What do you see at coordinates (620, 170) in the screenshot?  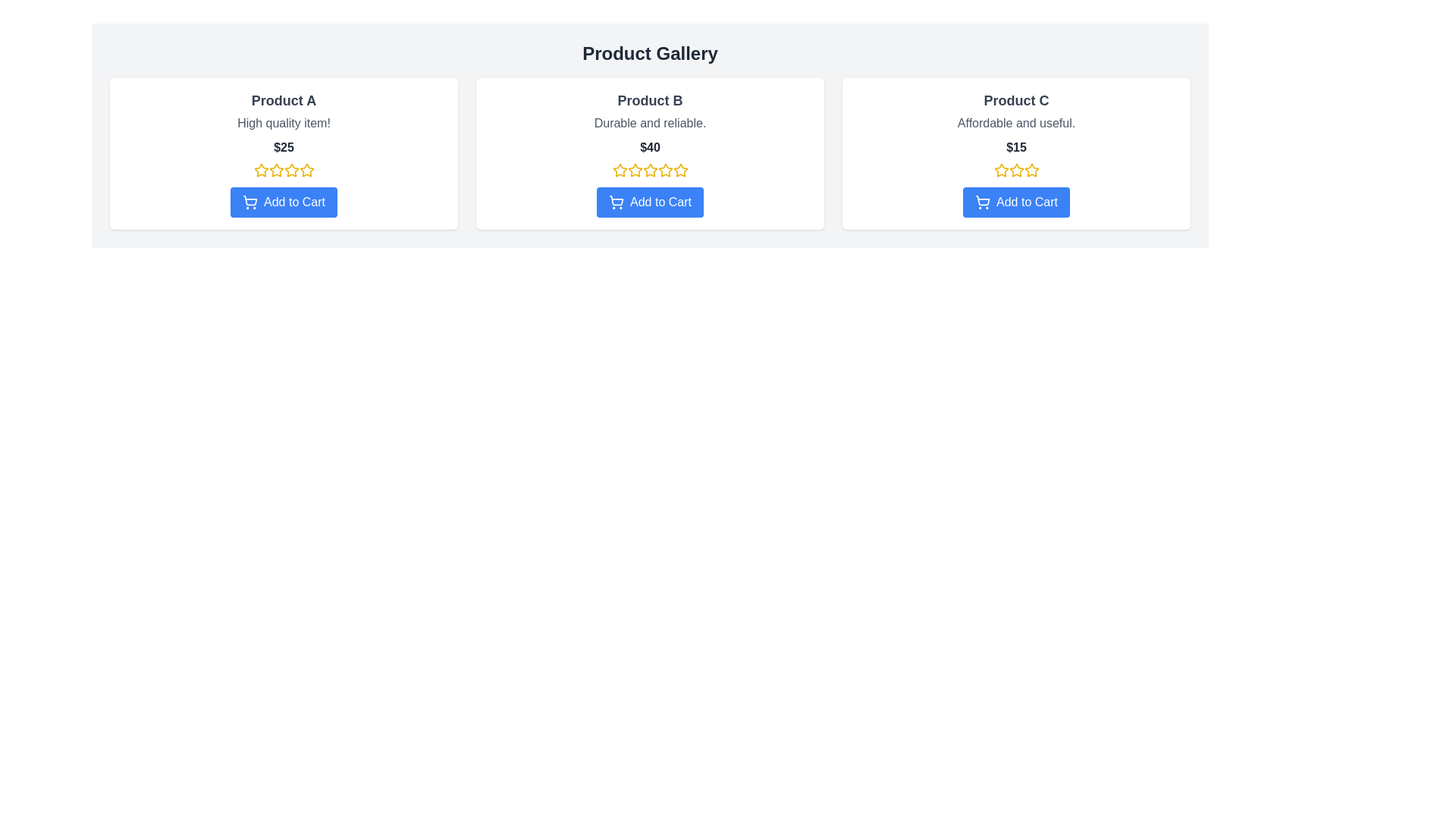 I see `the first yellow star icon in the five-star rating component of 'Product B' to rate it` at bounding box center [620, 170].